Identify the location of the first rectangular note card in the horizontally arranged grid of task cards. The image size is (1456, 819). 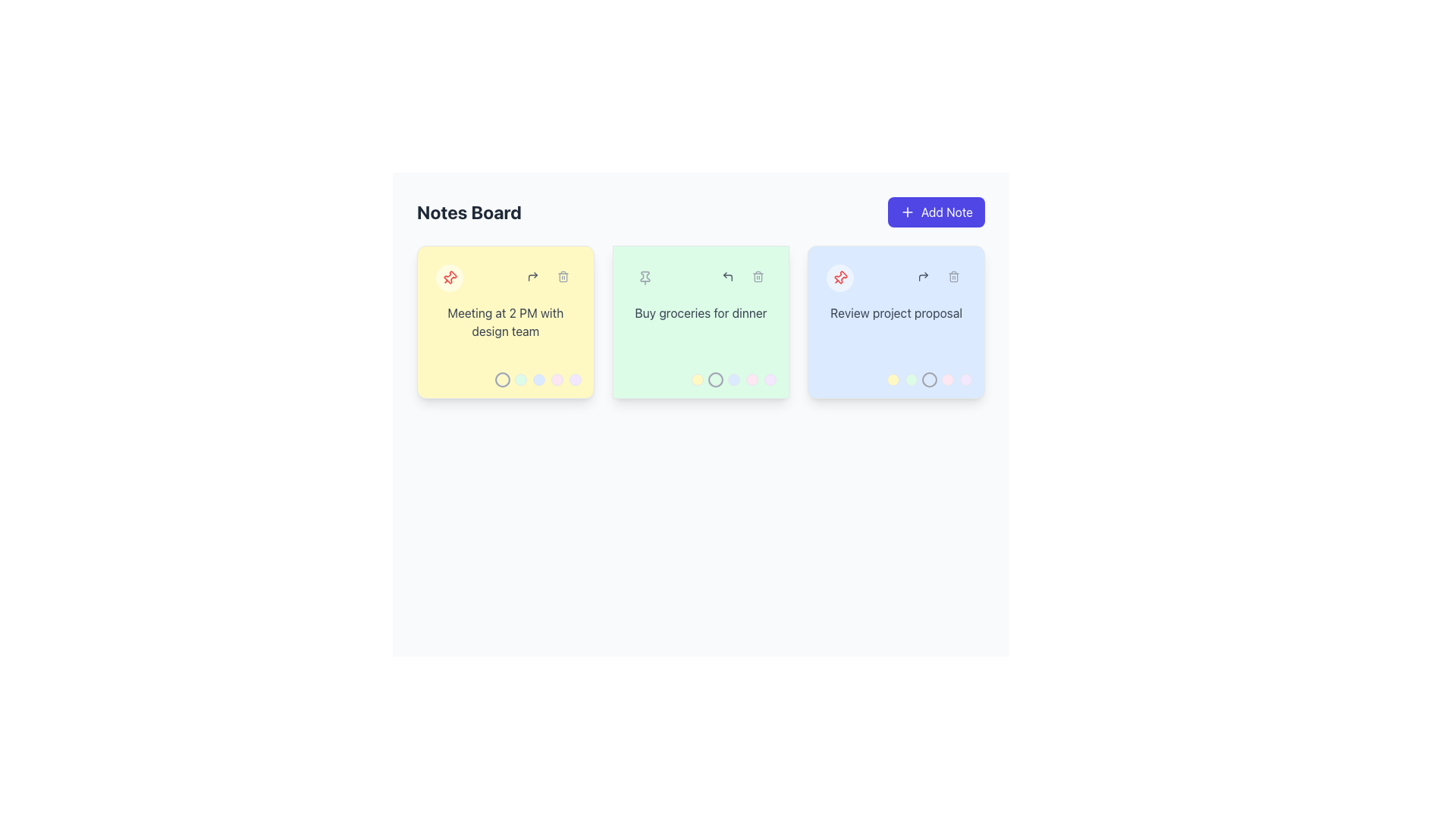
(505, 321).